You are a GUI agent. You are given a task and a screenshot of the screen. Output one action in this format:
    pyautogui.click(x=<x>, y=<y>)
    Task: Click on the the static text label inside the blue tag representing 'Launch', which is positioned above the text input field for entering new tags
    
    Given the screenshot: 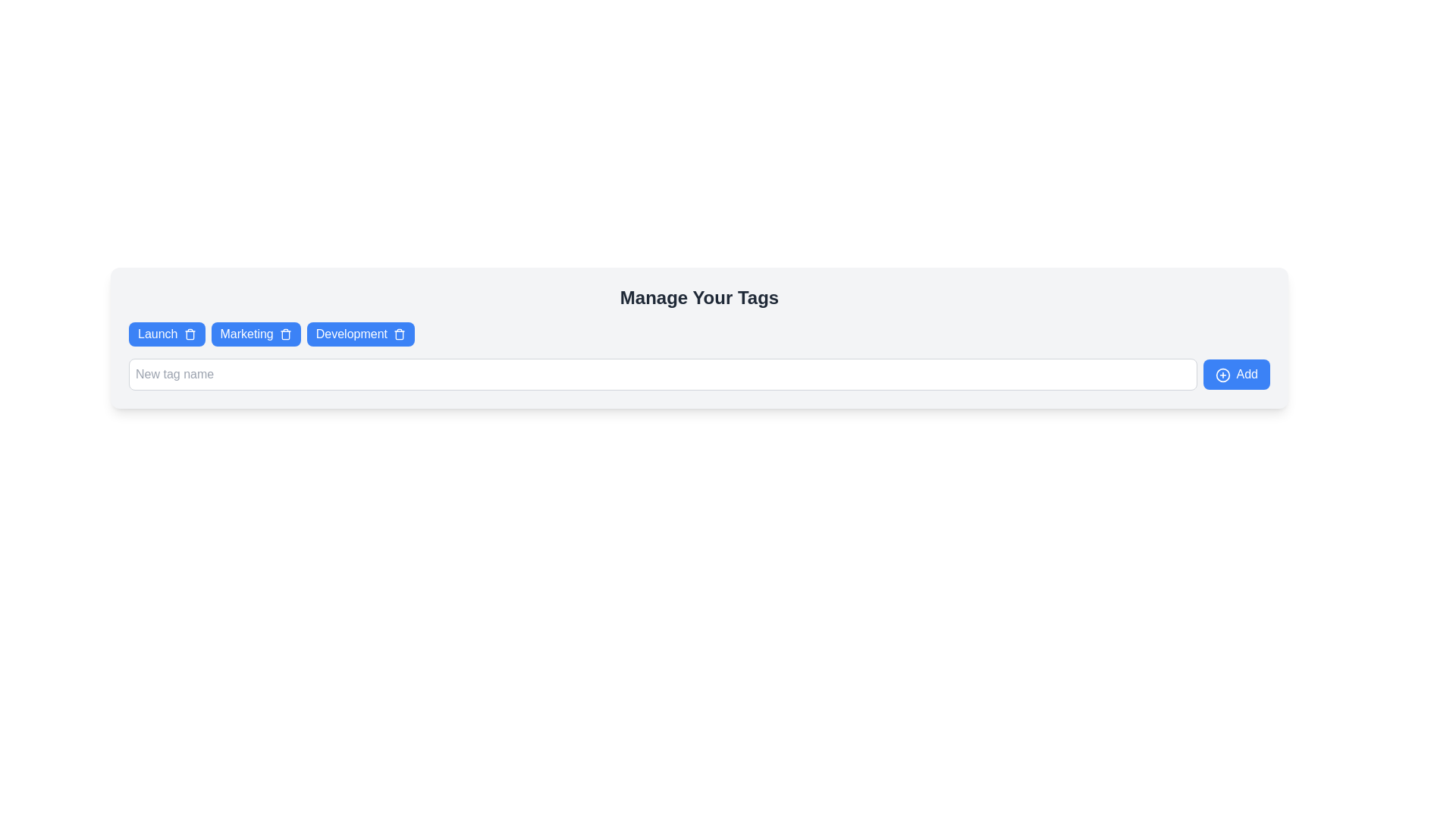 What is the action you would take?
    pyautogui.click(x=158, y=333)
    